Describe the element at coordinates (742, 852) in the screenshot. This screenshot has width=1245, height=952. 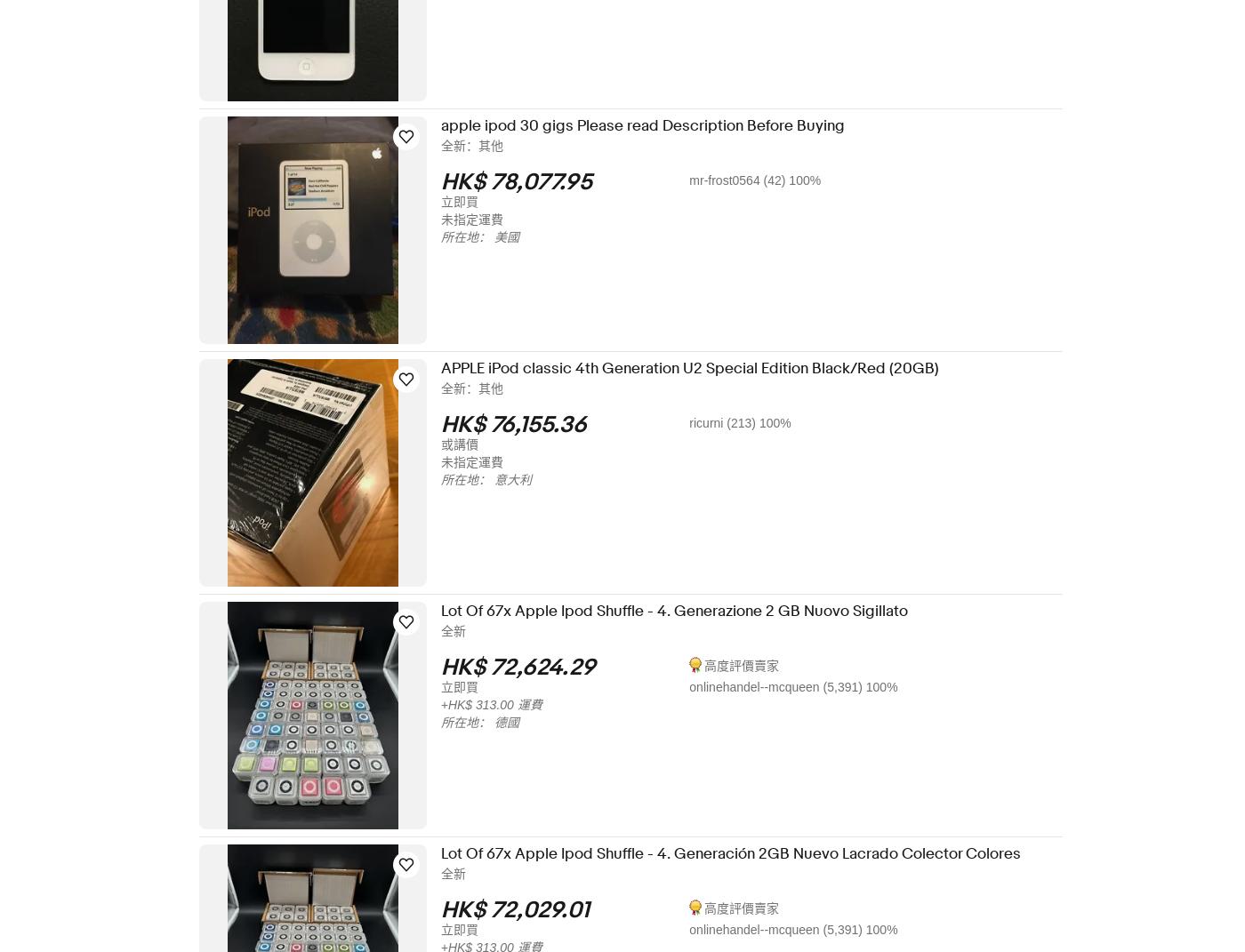
I see `'Lot Of 67x Apple Ipod Shuffle - 4. Generación 2GB Nuevo Lacrado Colector Colores'` at that location.